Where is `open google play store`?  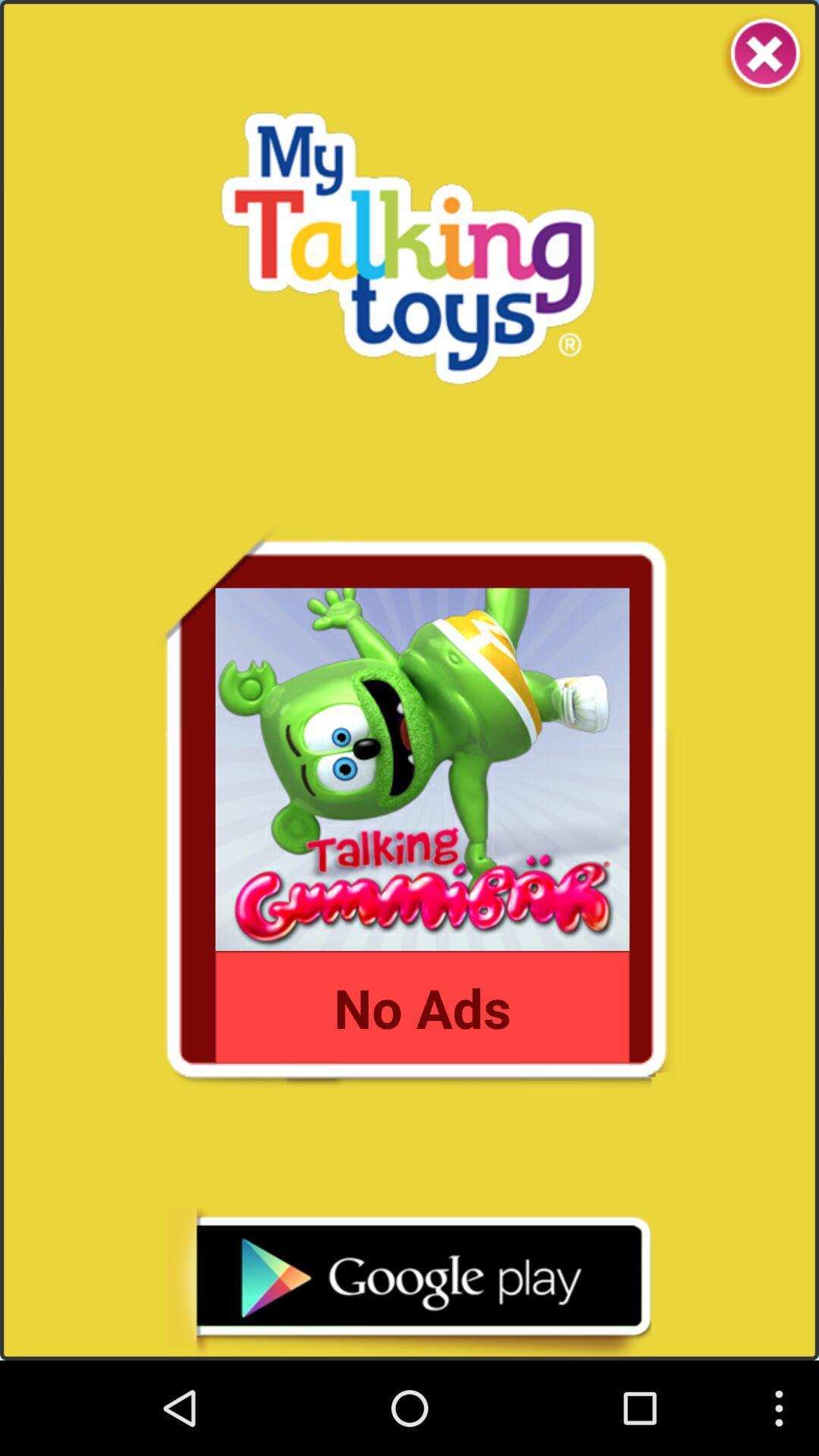
open google play store is located at coordinates (408, 1282).